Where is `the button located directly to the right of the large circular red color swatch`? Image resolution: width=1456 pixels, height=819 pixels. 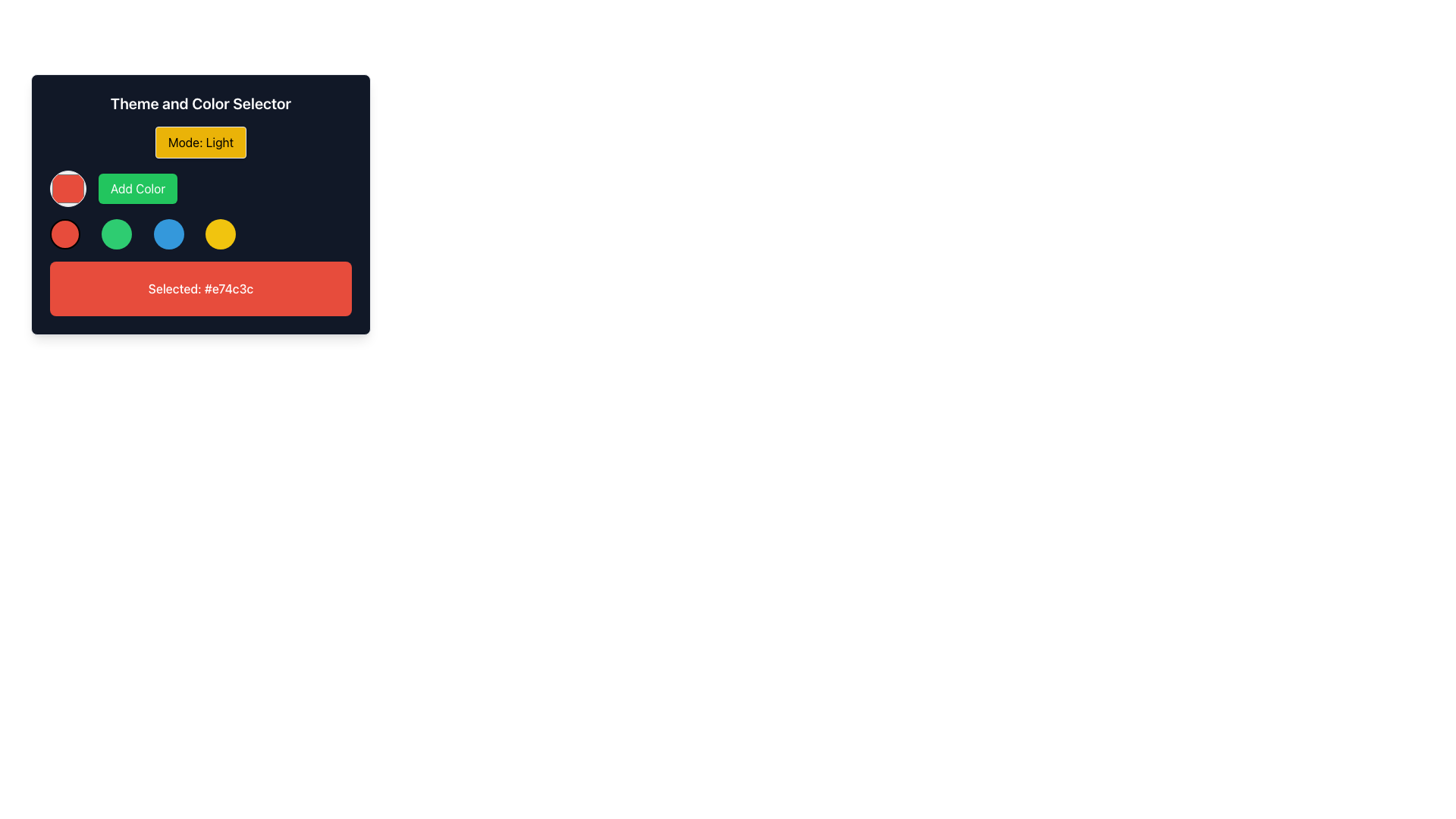
the button located directly to the right of the large circular red color swatch is located at coordinates (138, 188).